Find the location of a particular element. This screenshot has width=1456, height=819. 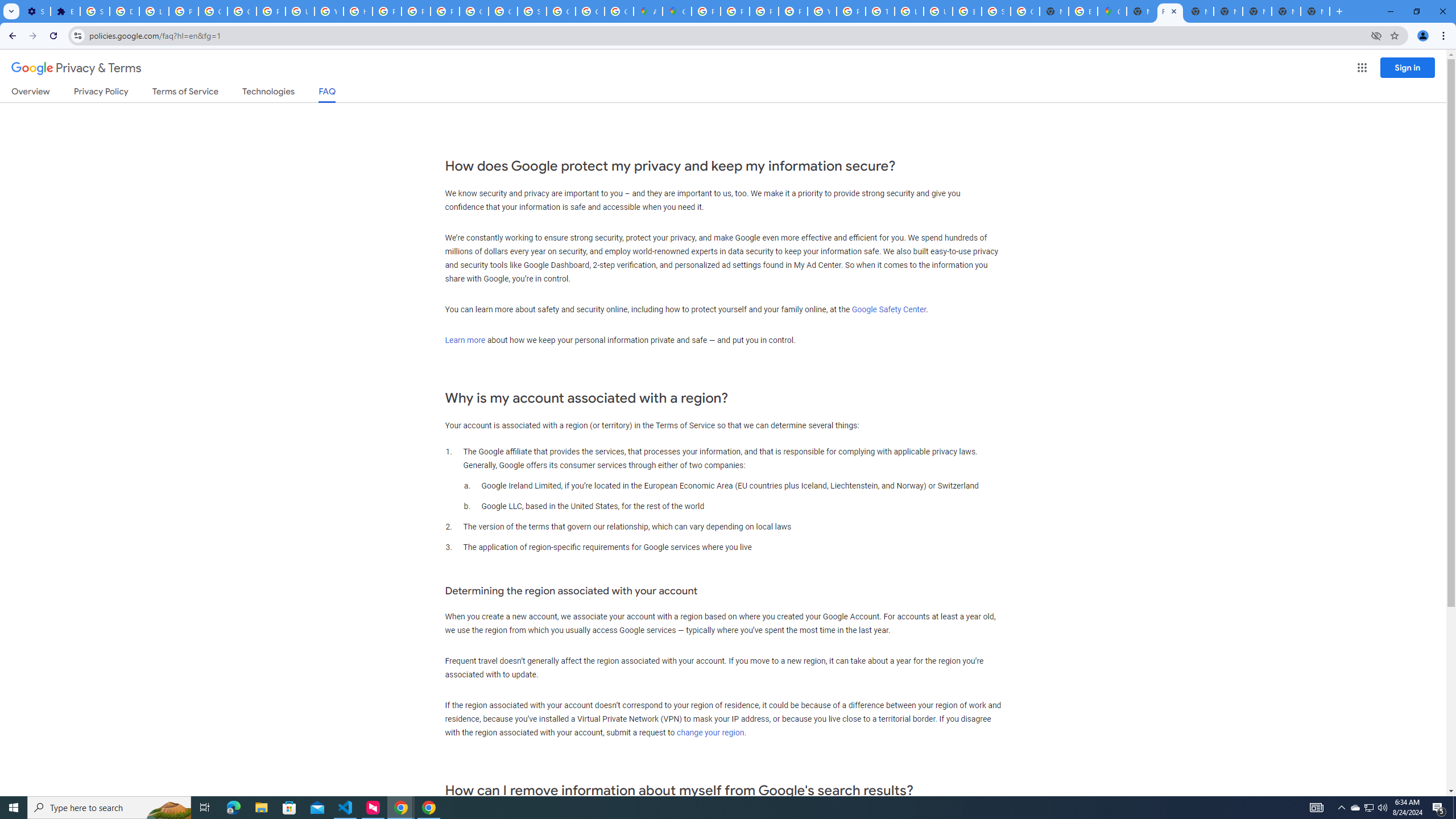

'Sign in - Google Accounts' is located at coordinates (95, 11).